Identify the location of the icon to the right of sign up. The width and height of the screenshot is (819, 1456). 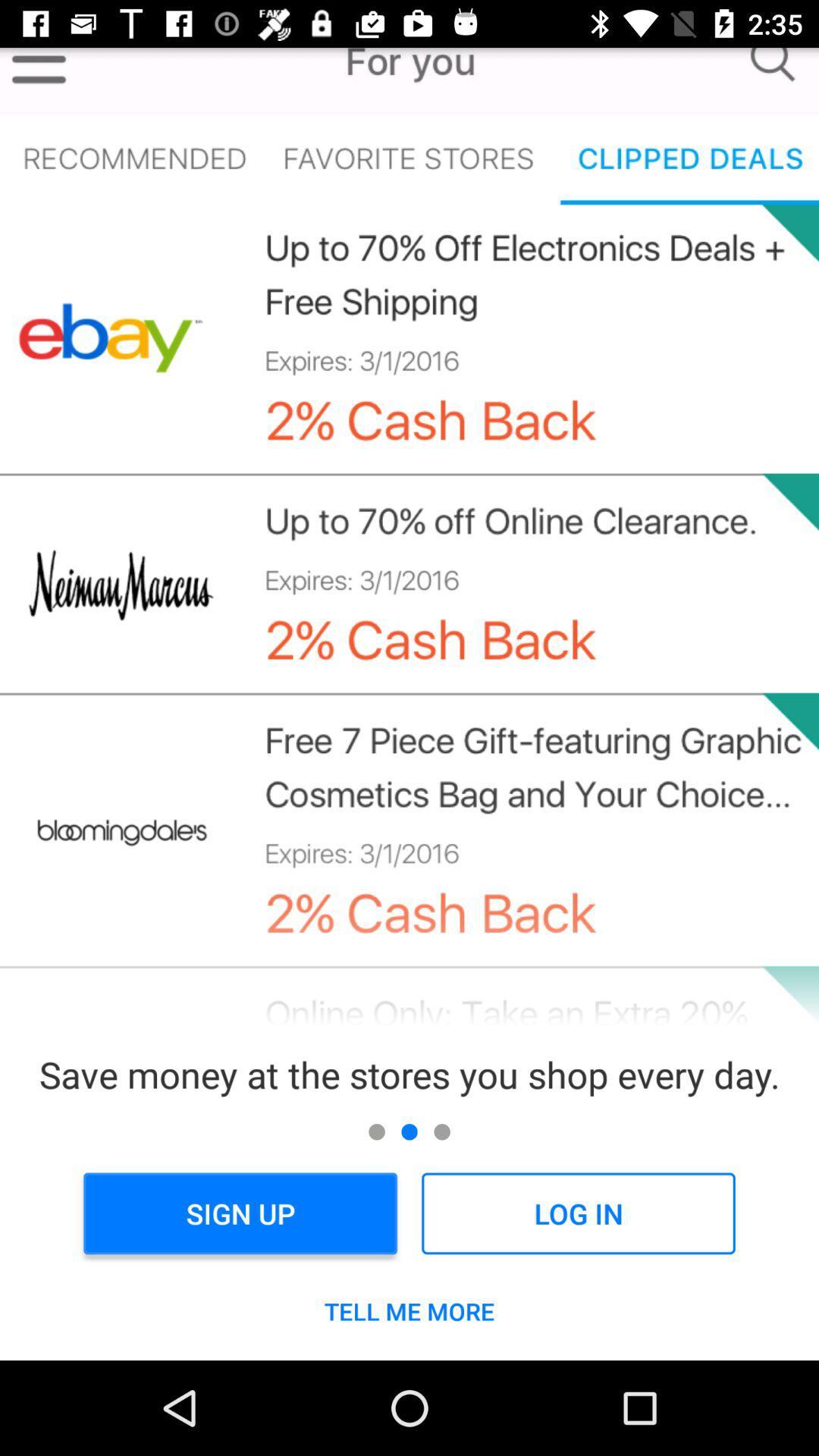
(578, 1213).